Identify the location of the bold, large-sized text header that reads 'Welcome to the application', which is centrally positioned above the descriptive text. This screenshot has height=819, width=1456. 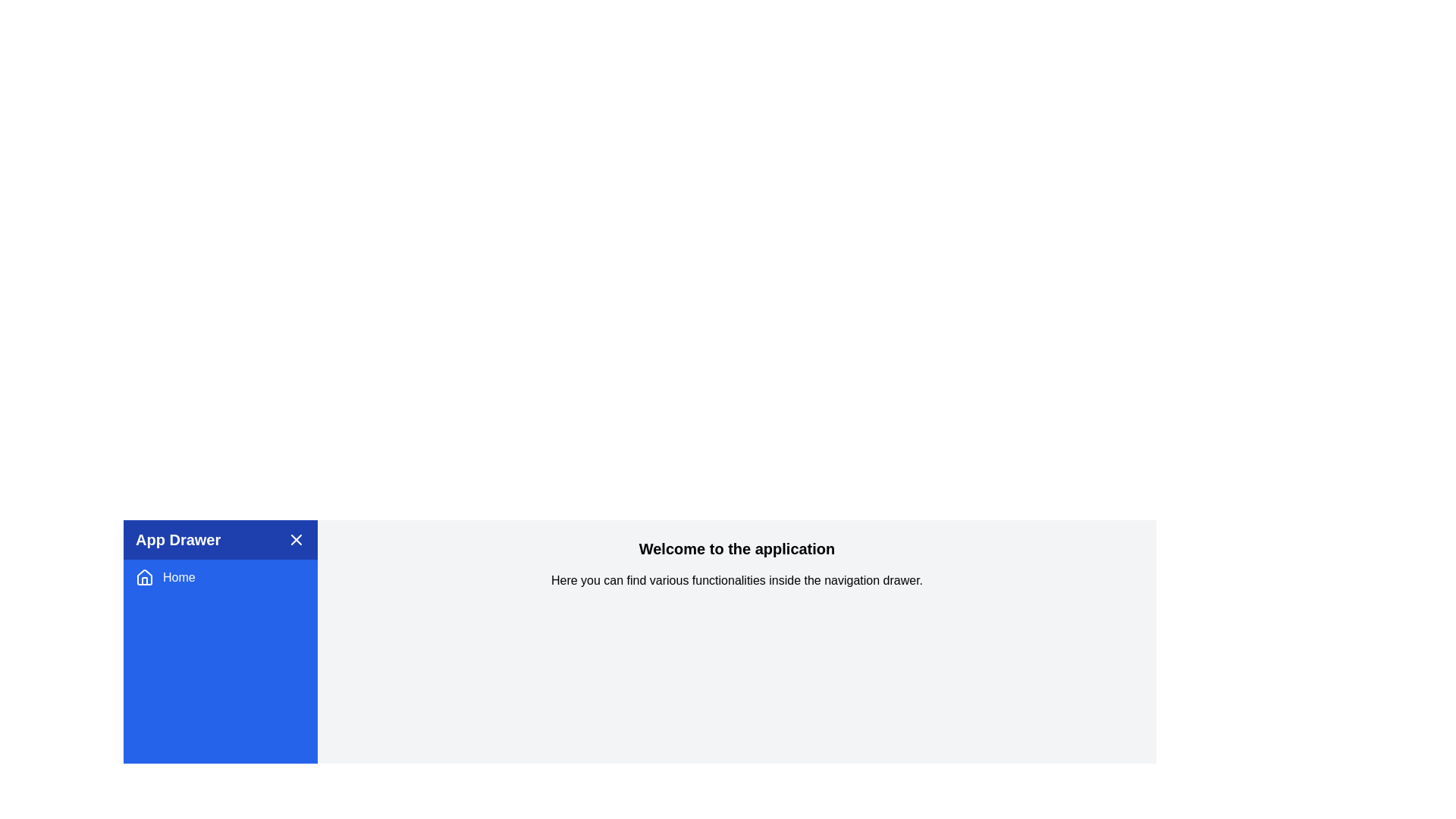
(736, 549).